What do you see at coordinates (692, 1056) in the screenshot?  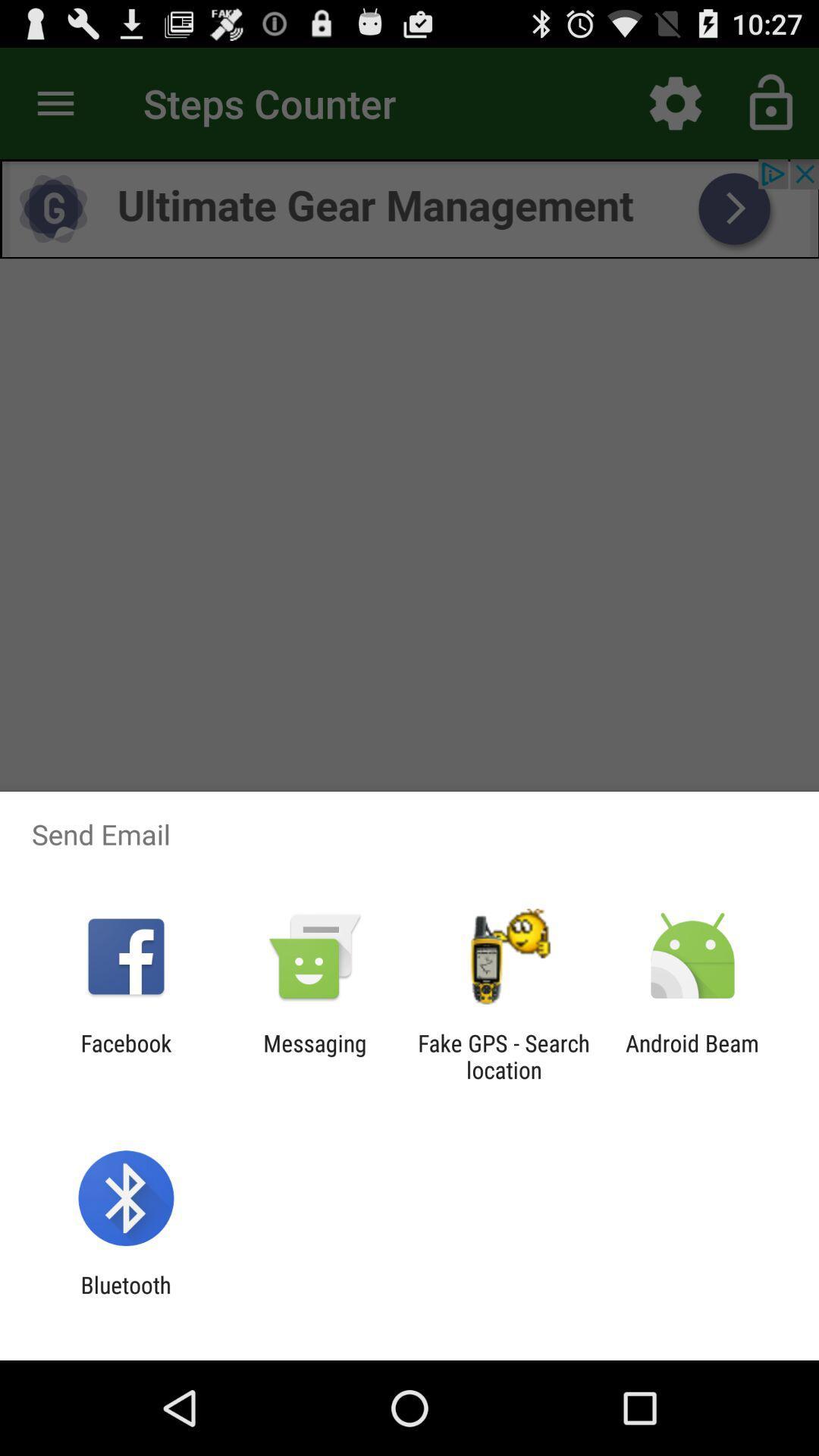 I see `item to the right of the fake gps search item` at bounding box center [692, 1056].